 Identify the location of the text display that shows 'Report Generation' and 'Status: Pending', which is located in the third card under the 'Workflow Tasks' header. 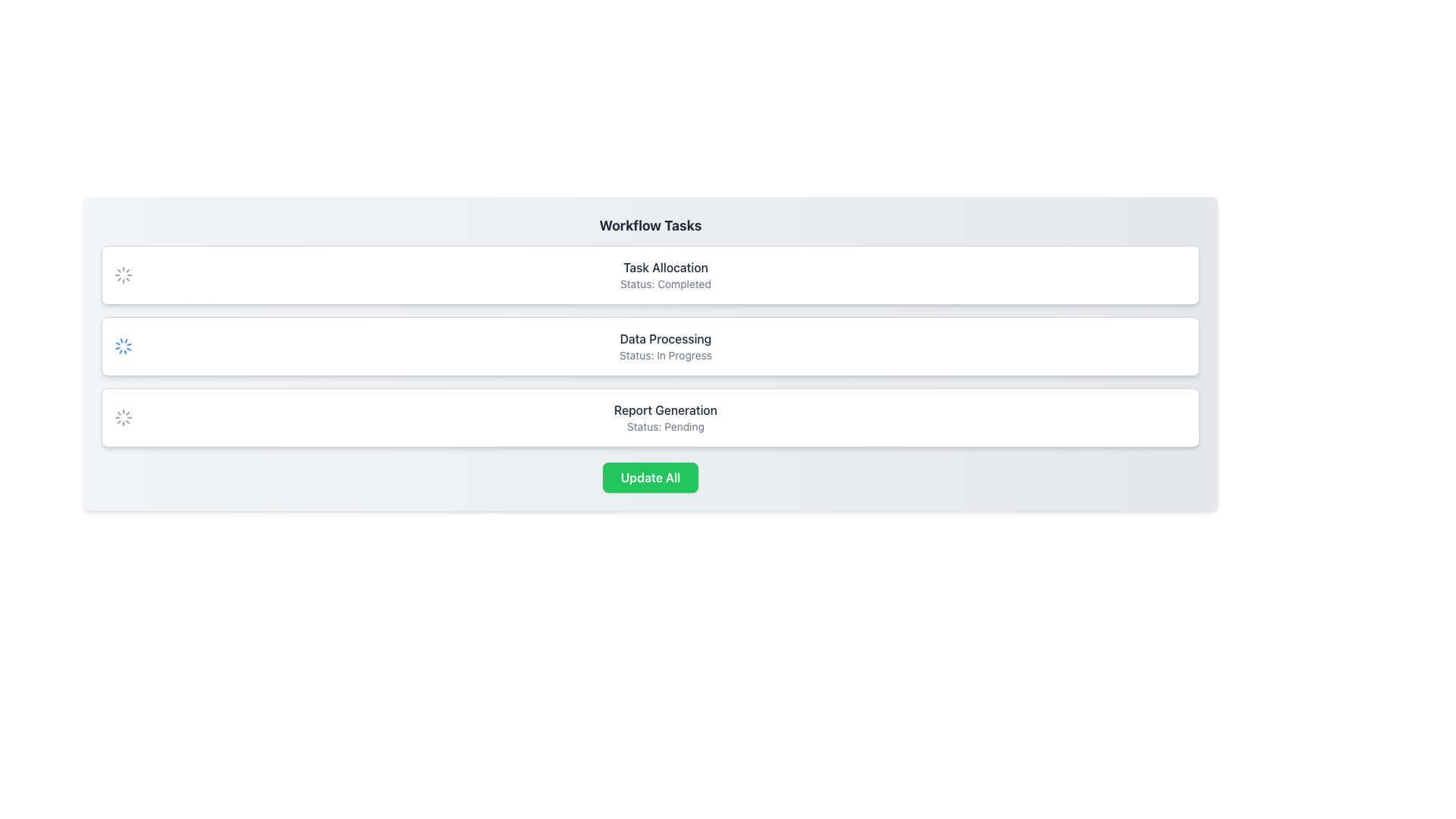
(666, 418).